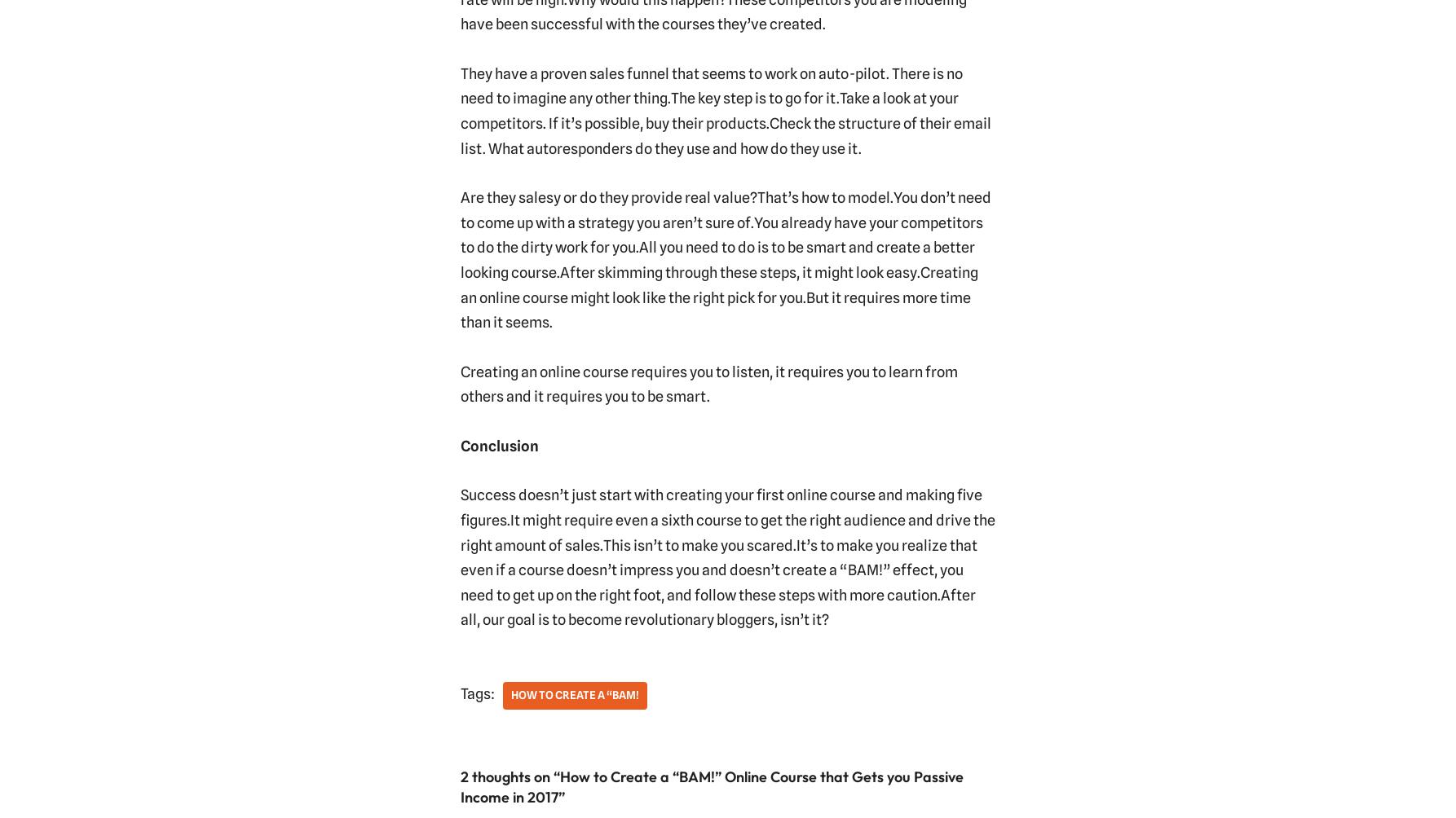 The width and height of the screenshot is (1456, 818). What do you see at coordinates (475, 693) in the screenshot?
I see `'Tags:'` at bounding box center [475, 693].